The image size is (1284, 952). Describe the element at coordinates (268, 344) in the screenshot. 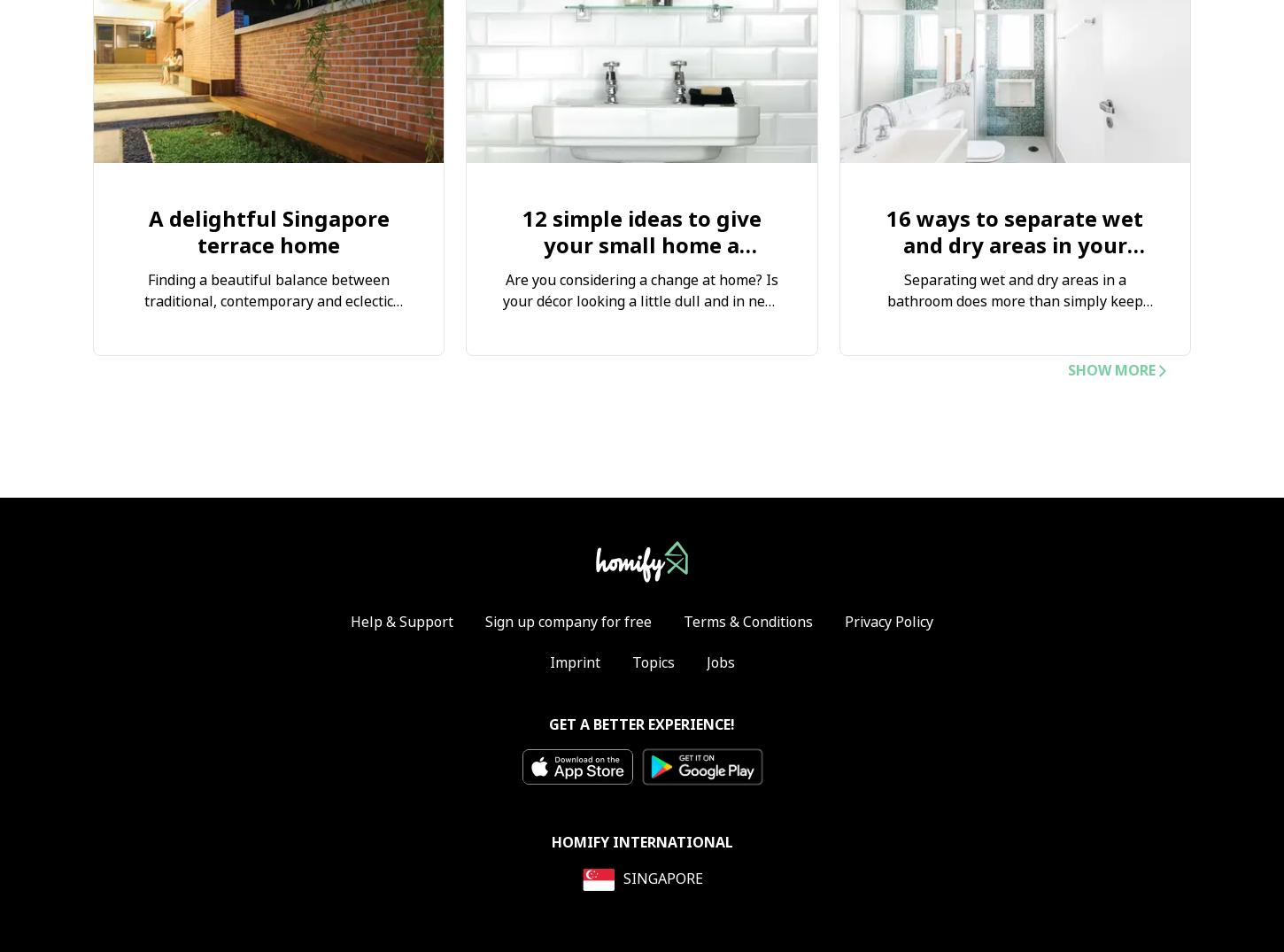

I see `'Finding a beautiful balance between traditional, contemporary and eclectic principles, this Singapore home boasts more than a few beautiful elements that we simply can't take our eyes off. Coming at a cost of S$550,000, the house designed and executed by'` at that location.